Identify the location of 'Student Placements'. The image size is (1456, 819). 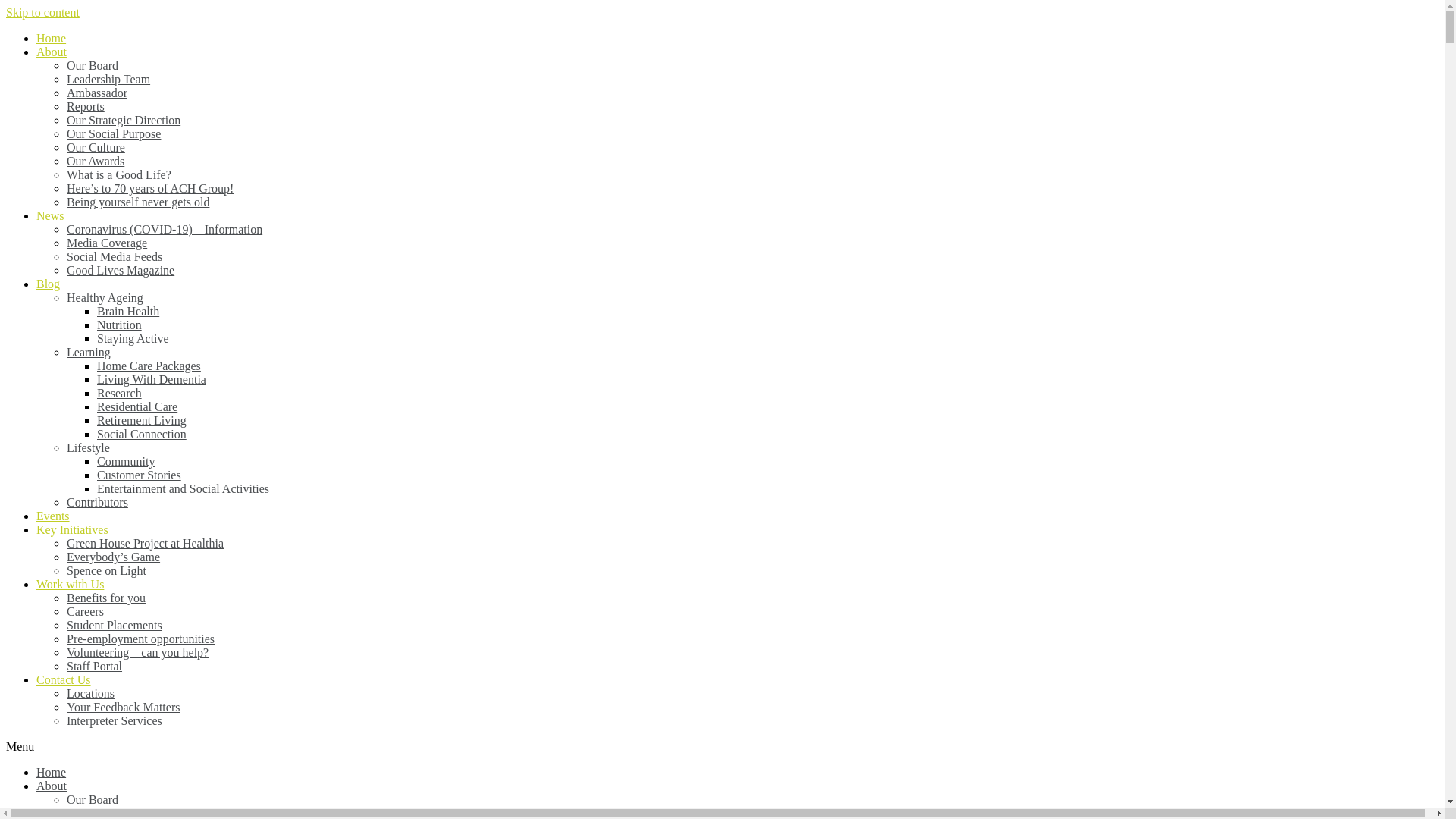
(65, 625).